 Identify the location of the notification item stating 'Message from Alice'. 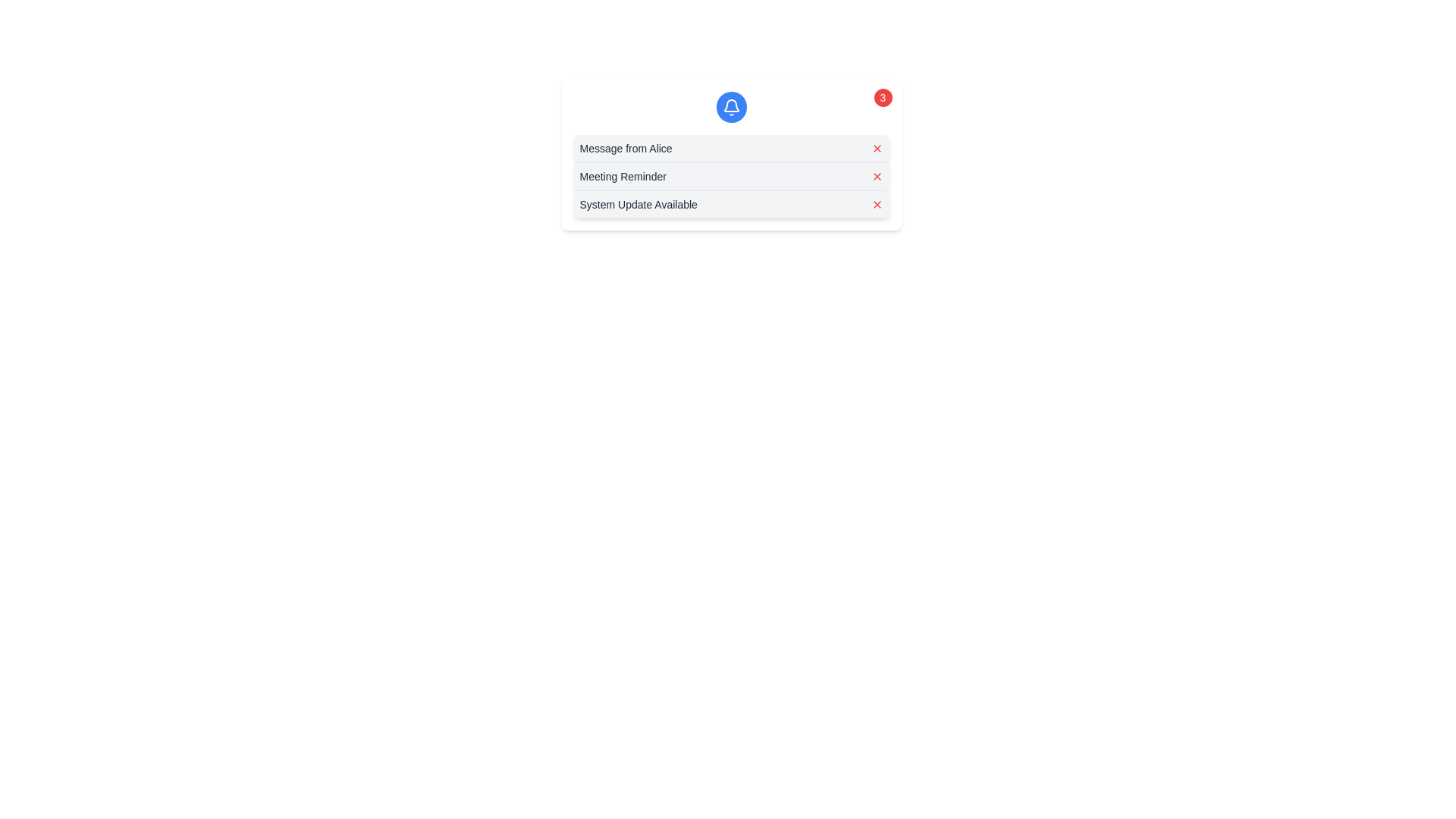
(731, 148).